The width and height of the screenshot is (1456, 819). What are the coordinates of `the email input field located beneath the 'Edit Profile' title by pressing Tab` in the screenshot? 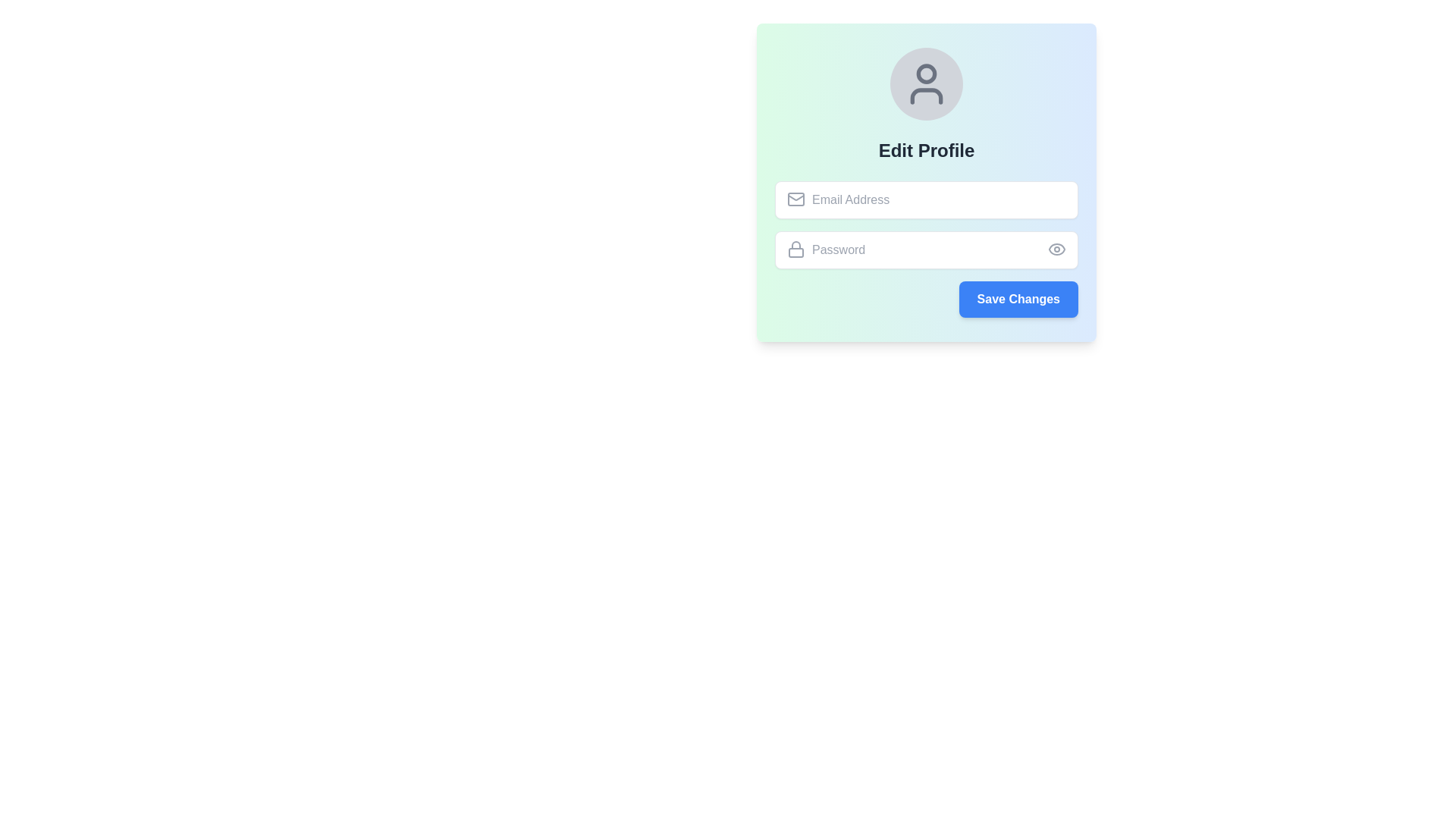 It's located at (926, 199).